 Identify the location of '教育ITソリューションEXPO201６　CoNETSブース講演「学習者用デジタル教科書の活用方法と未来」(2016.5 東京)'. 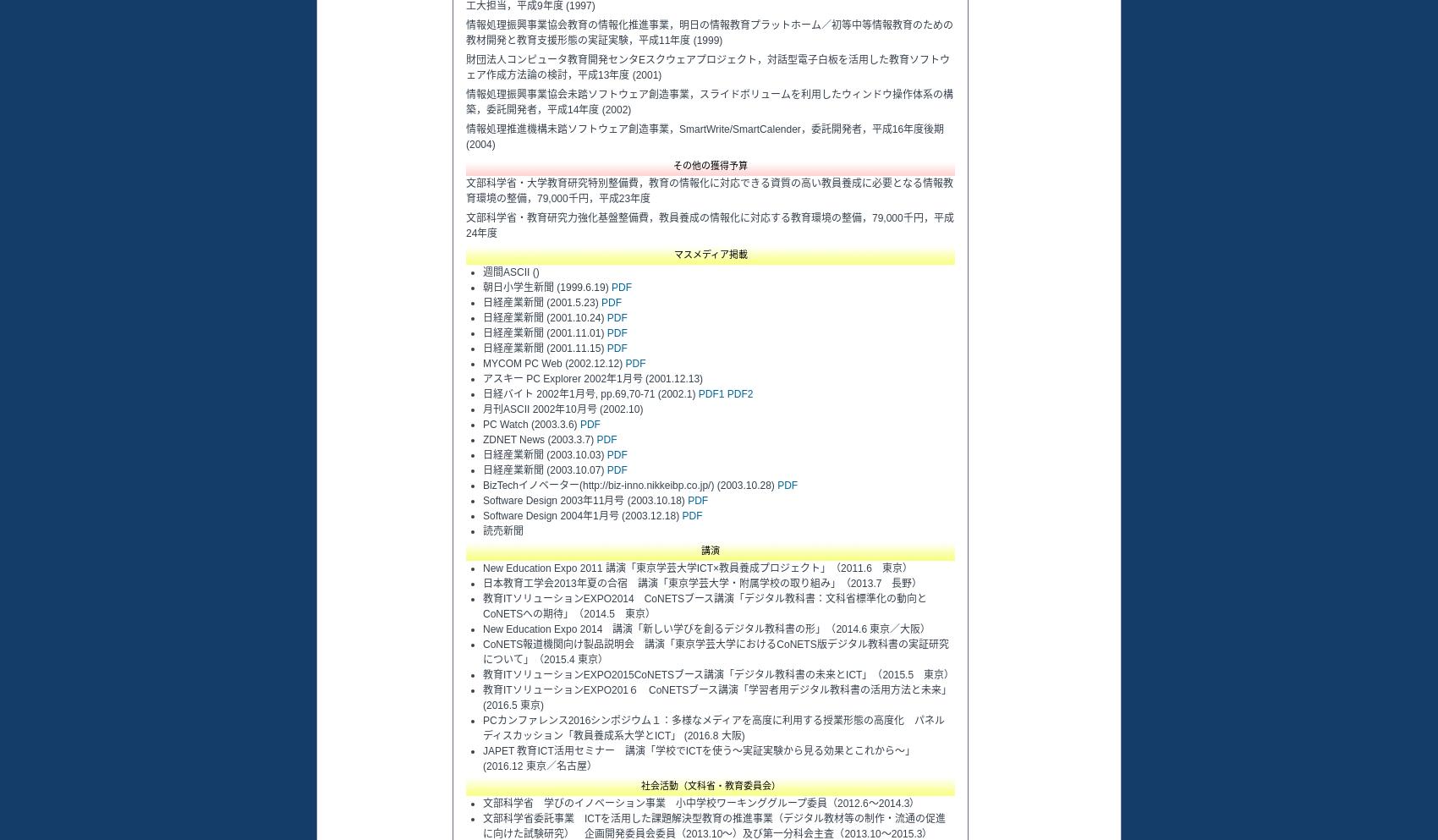
(716, 697).